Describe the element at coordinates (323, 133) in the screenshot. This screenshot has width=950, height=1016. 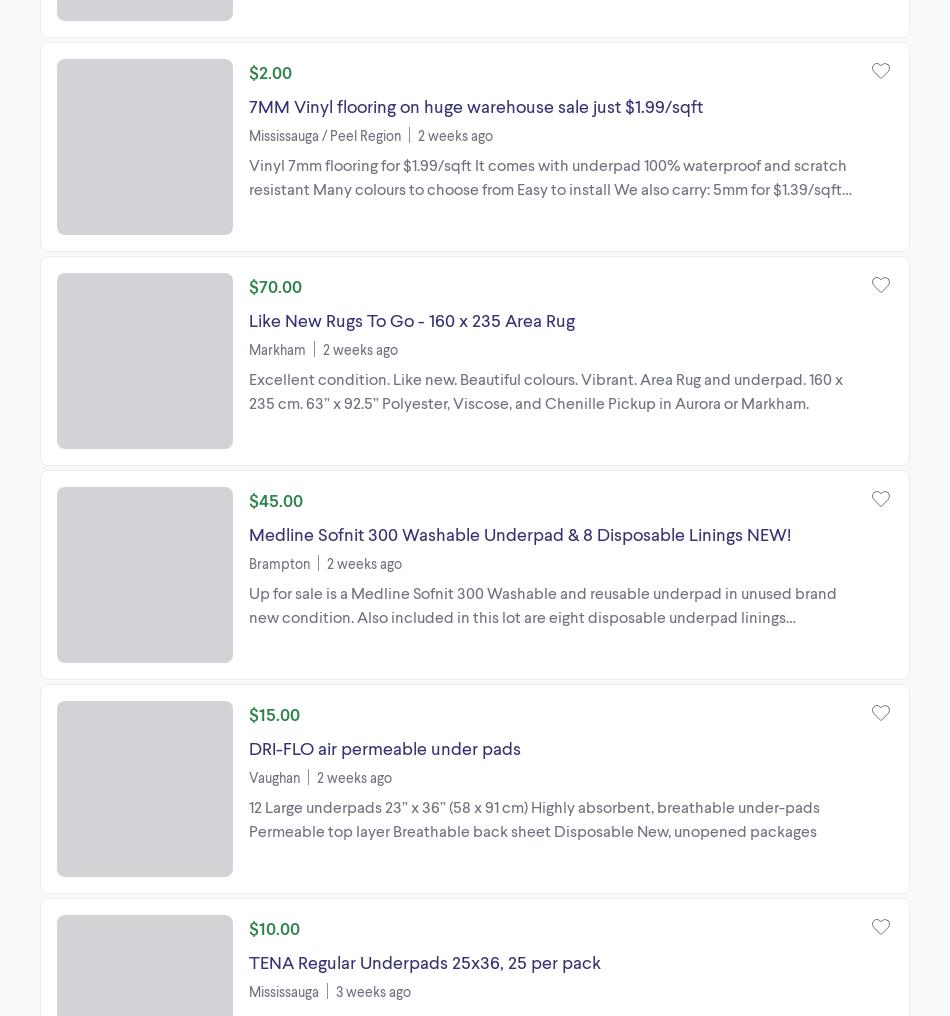
I see `'Mississauga / Peel Region'` at that location.